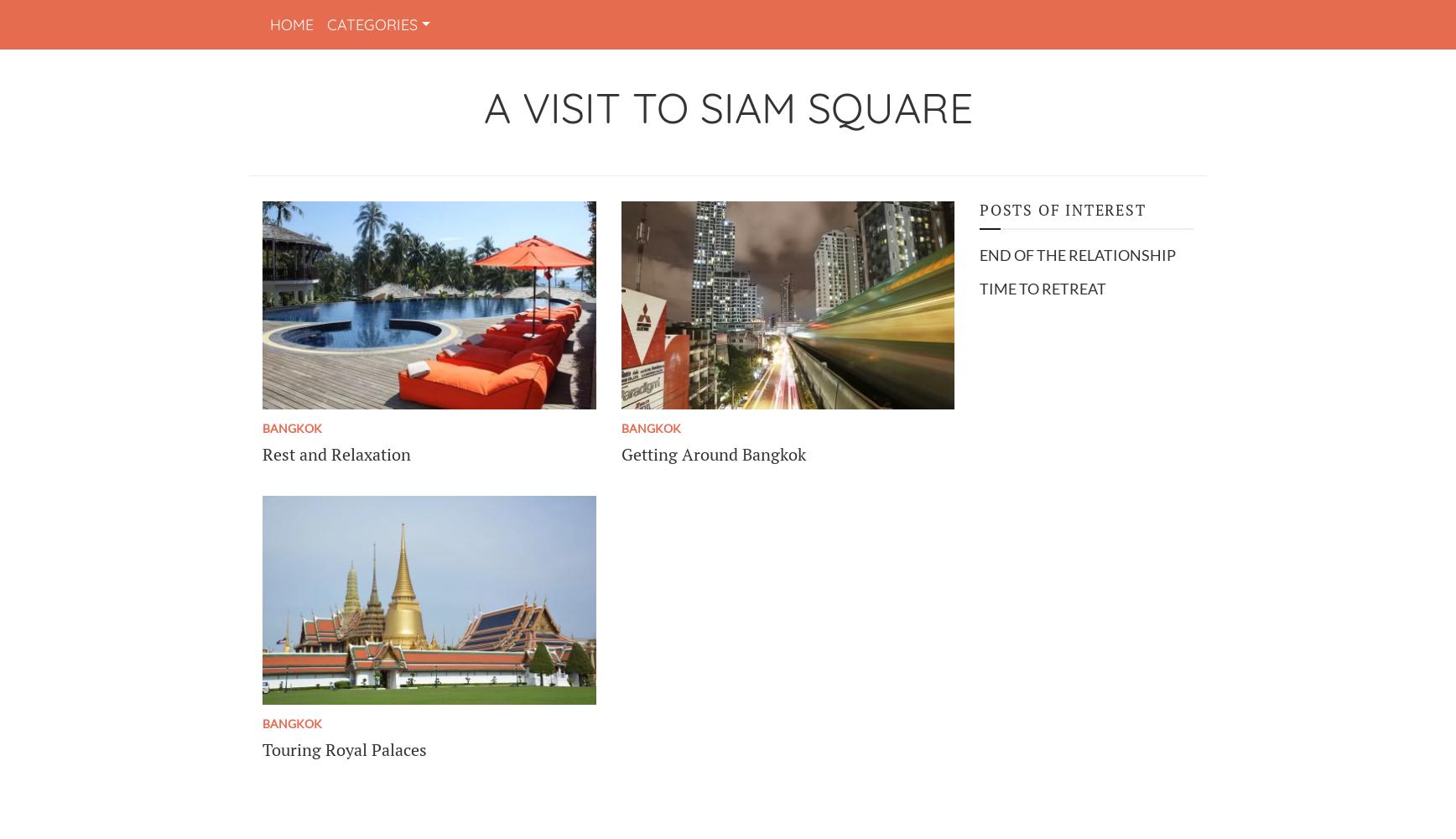 The image size is (1456, 839). I want to click on 'Rest and Relaxation', so click(263, 454).